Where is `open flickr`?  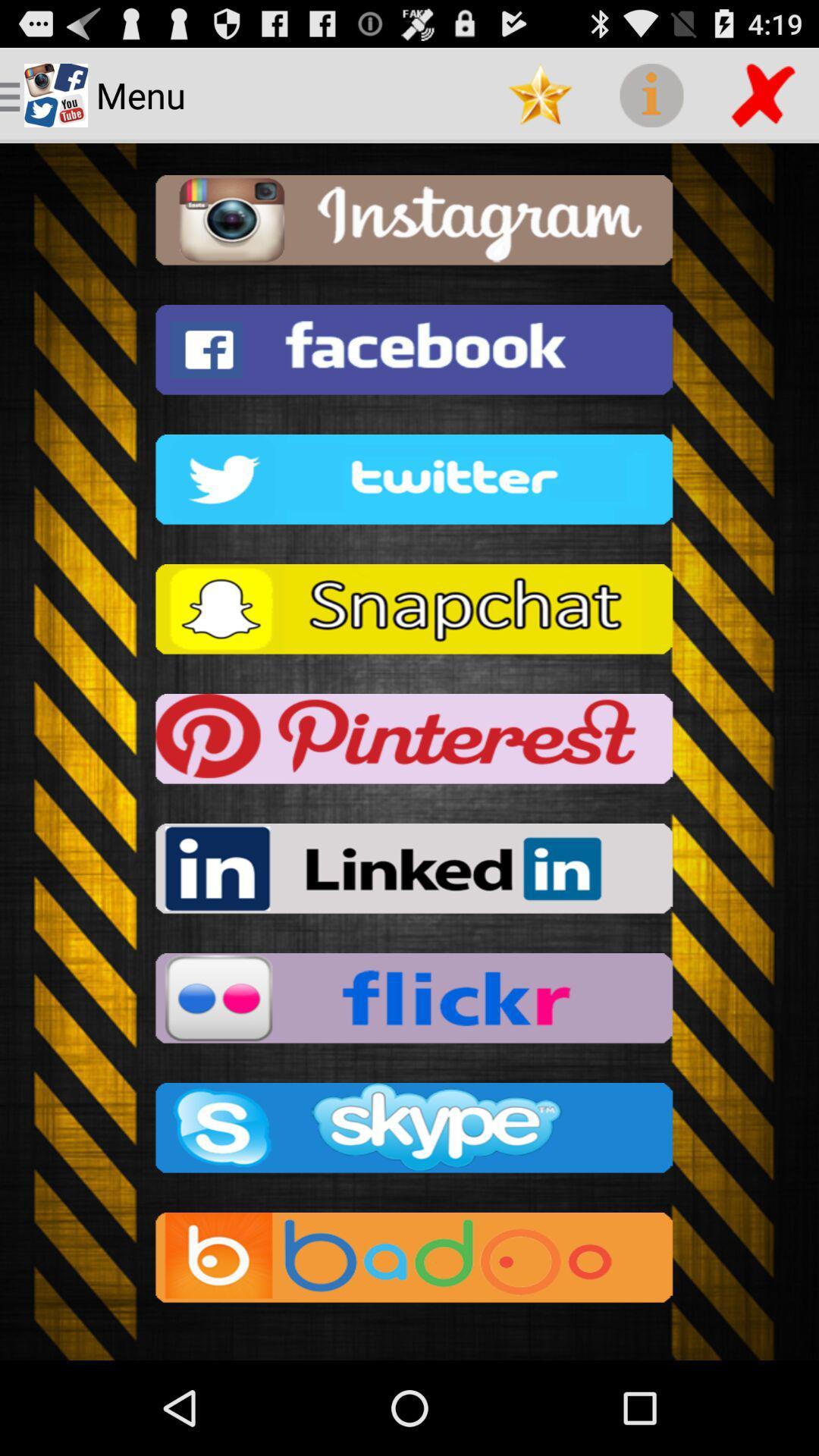
open flickr is located at coordinates (409, 1003).